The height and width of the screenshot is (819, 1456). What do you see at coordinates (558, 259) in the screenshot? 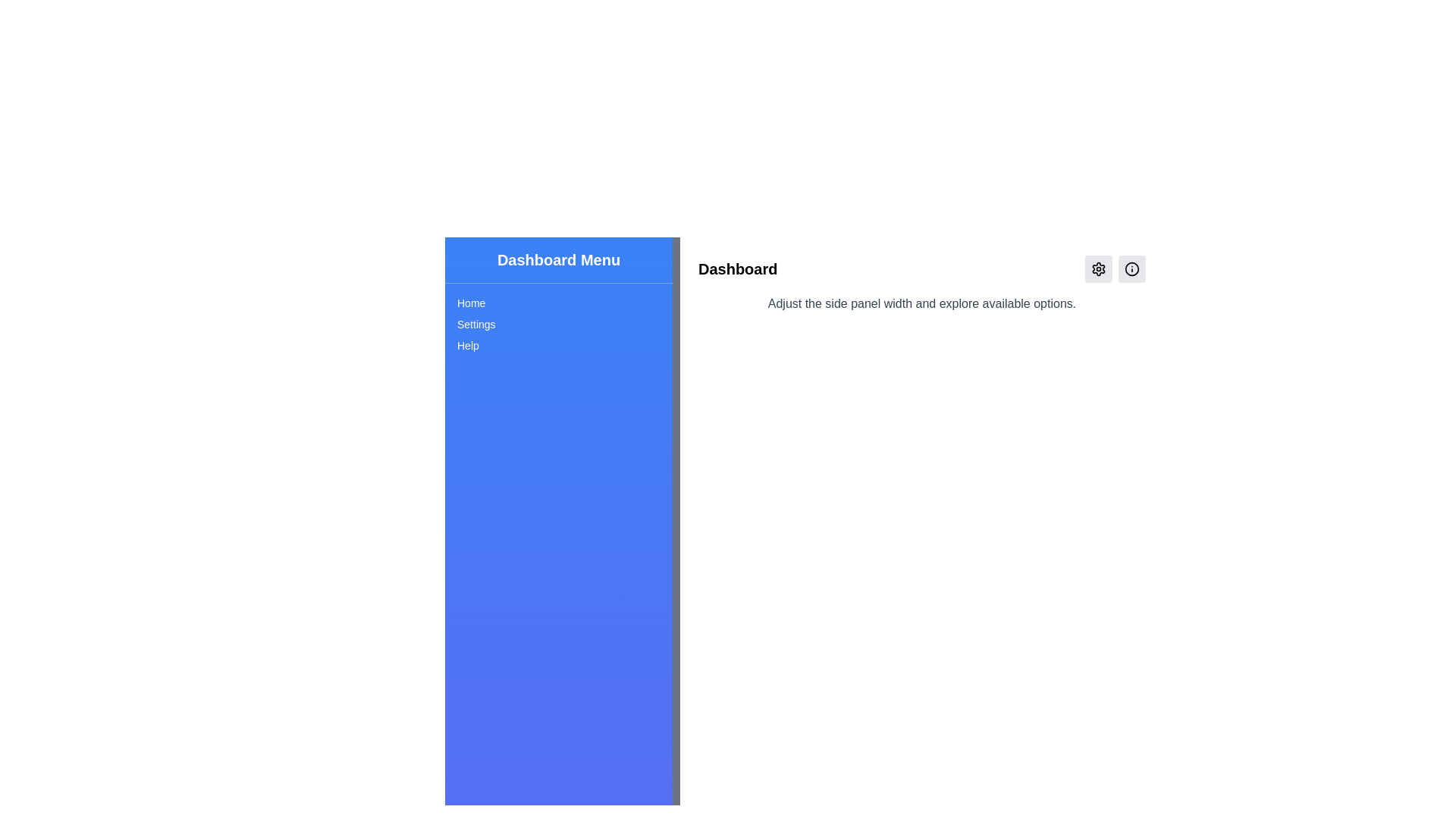
I see `the text label 'Dashboard Menu', which is styled with bold, large font and is located at the top of the vertical blue sidebar` at bounding box center [558, 259].